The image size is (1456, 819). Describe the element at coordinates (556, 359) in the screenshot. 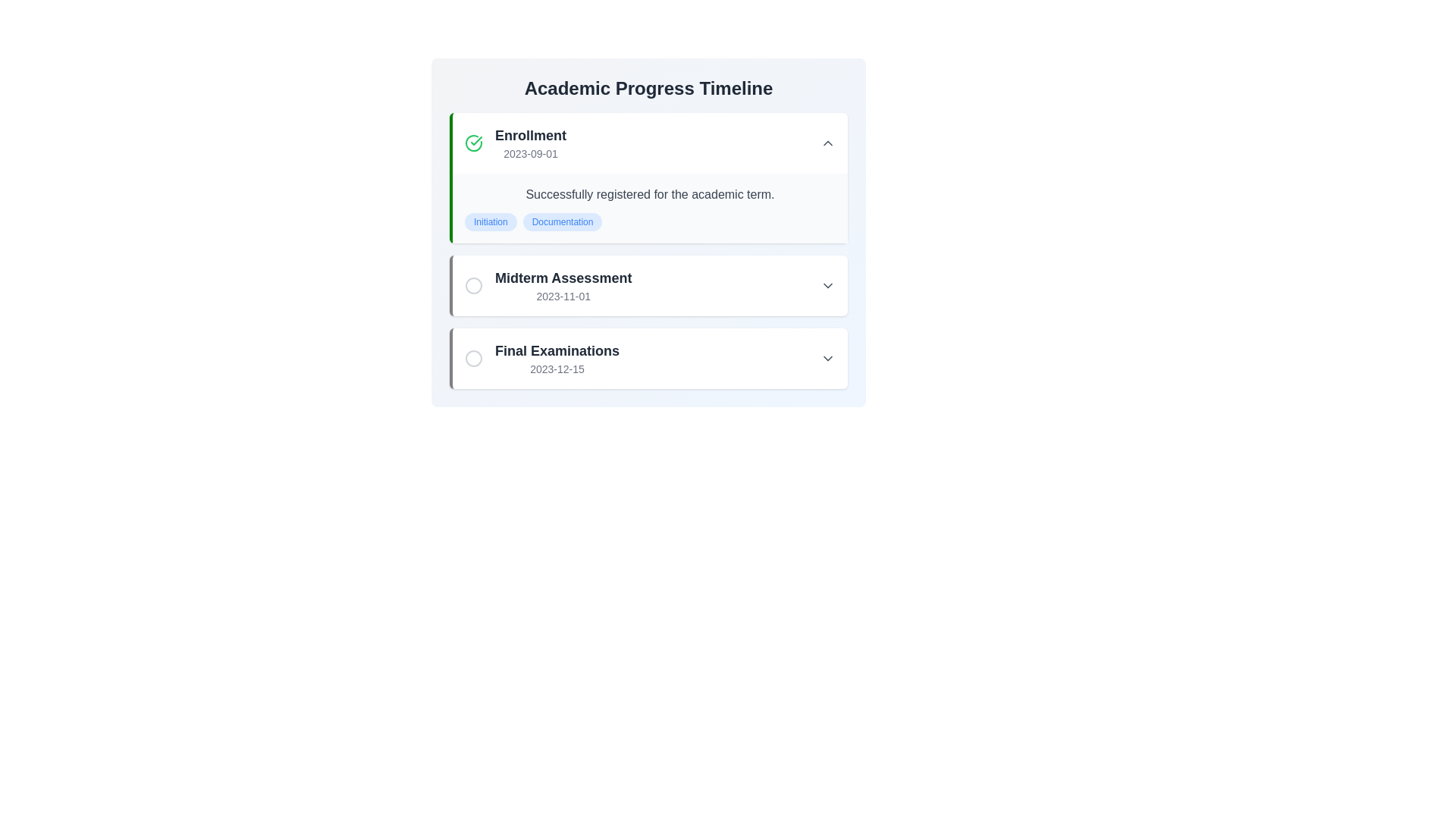

I see `text content of the Text block with stacked labels that provides information about the final examinations, located in the third row of the vertical timeline` at that location.